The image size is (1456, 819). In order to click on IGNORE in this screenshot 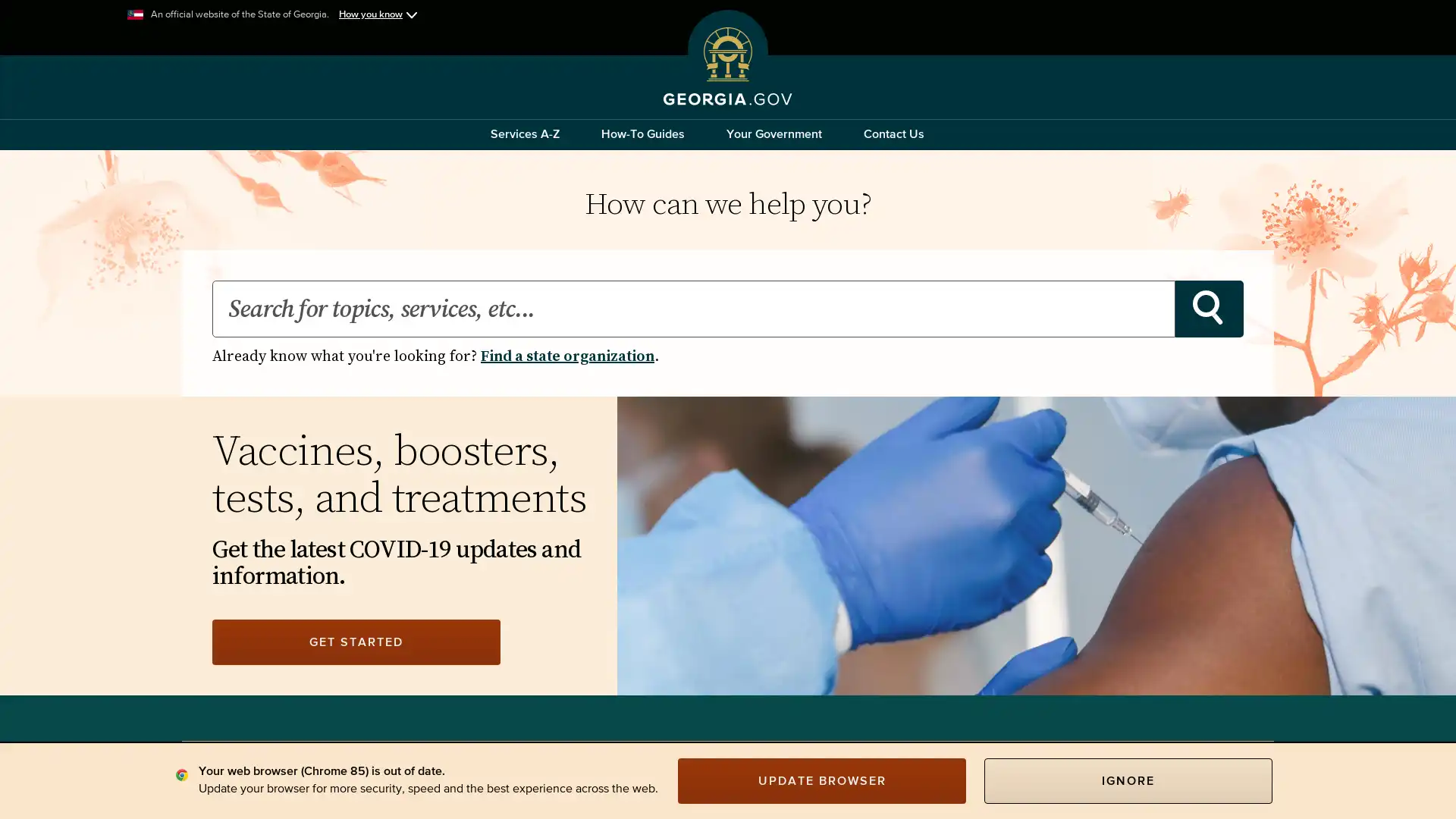, I will do `click(1128, 780)`.